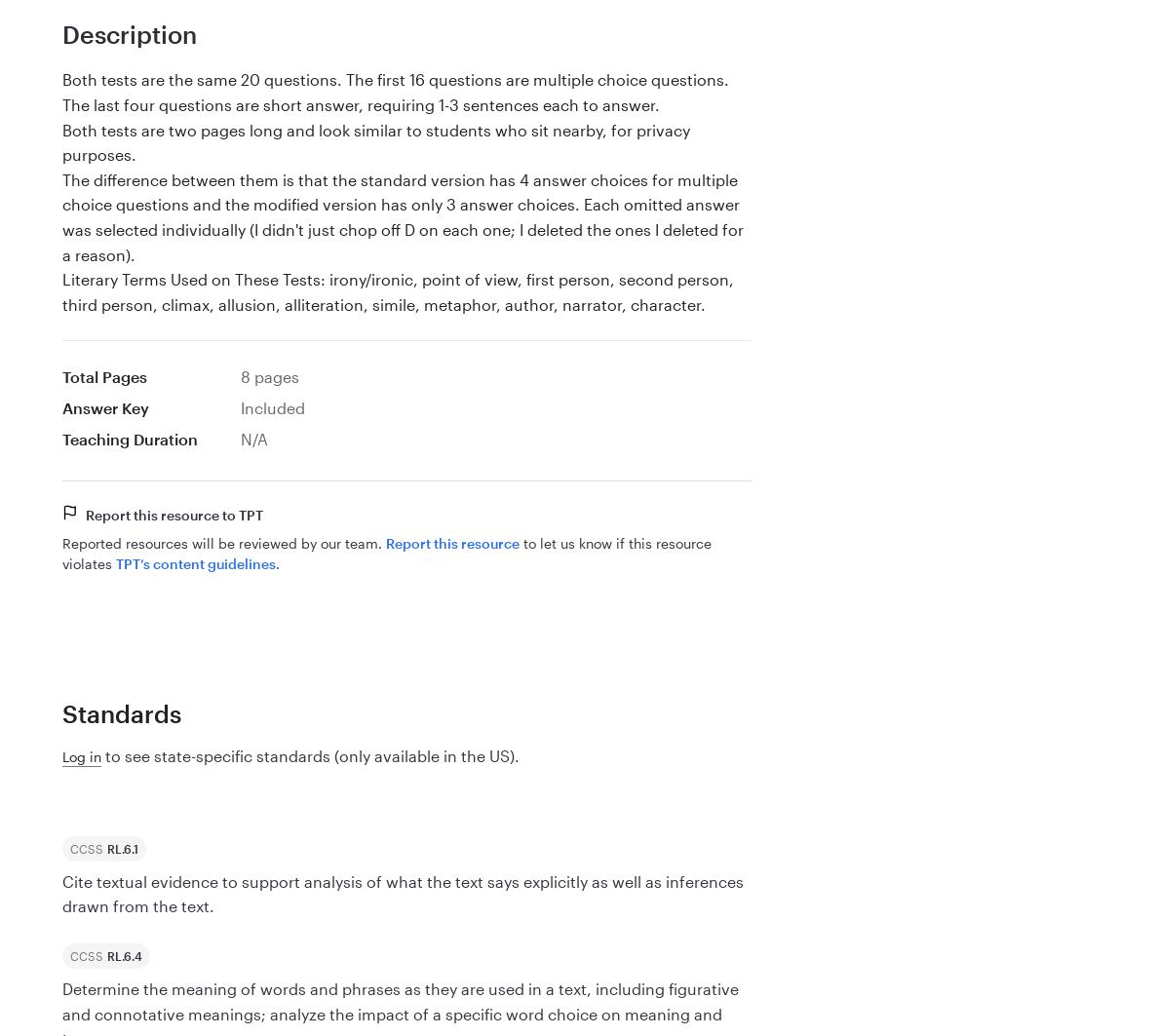  Describe the element at coordinates (104, 406) in the screenshot. I see `'Answer Key'` at that location.